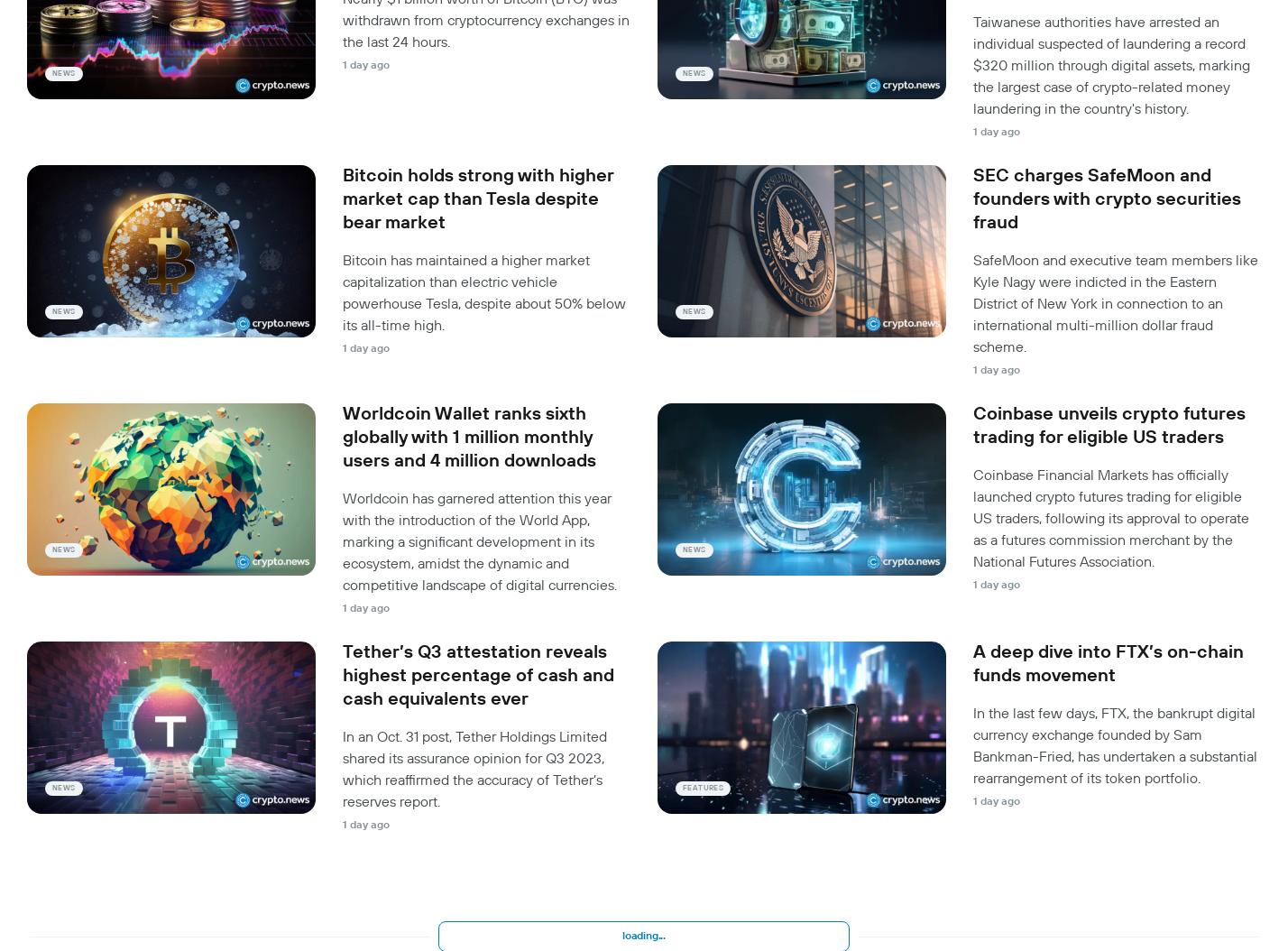 The height and width of the screenshot is (951, 1288). I want to click on 'Bitcoin holds strong with higher market cap than Tesla despite bear market', so click(477, 199).